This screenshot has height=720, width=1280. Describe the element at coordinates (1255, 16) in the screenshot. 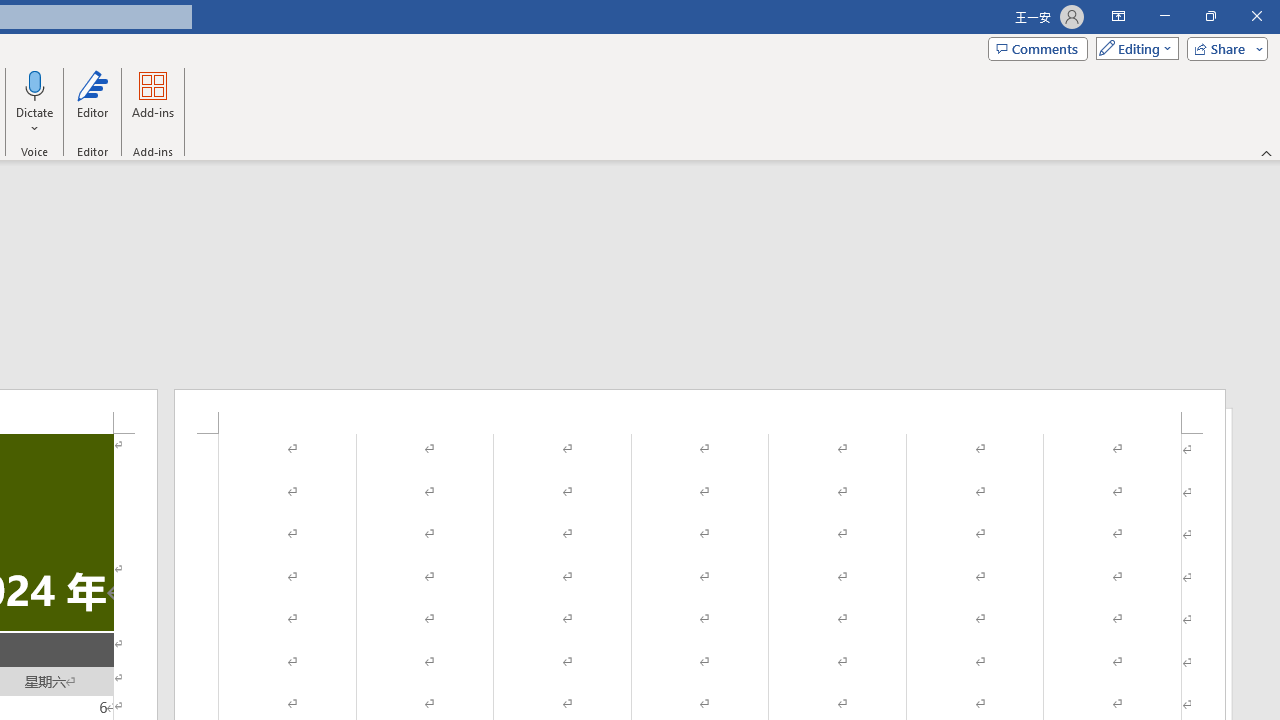

I see `'Close'` at that location.